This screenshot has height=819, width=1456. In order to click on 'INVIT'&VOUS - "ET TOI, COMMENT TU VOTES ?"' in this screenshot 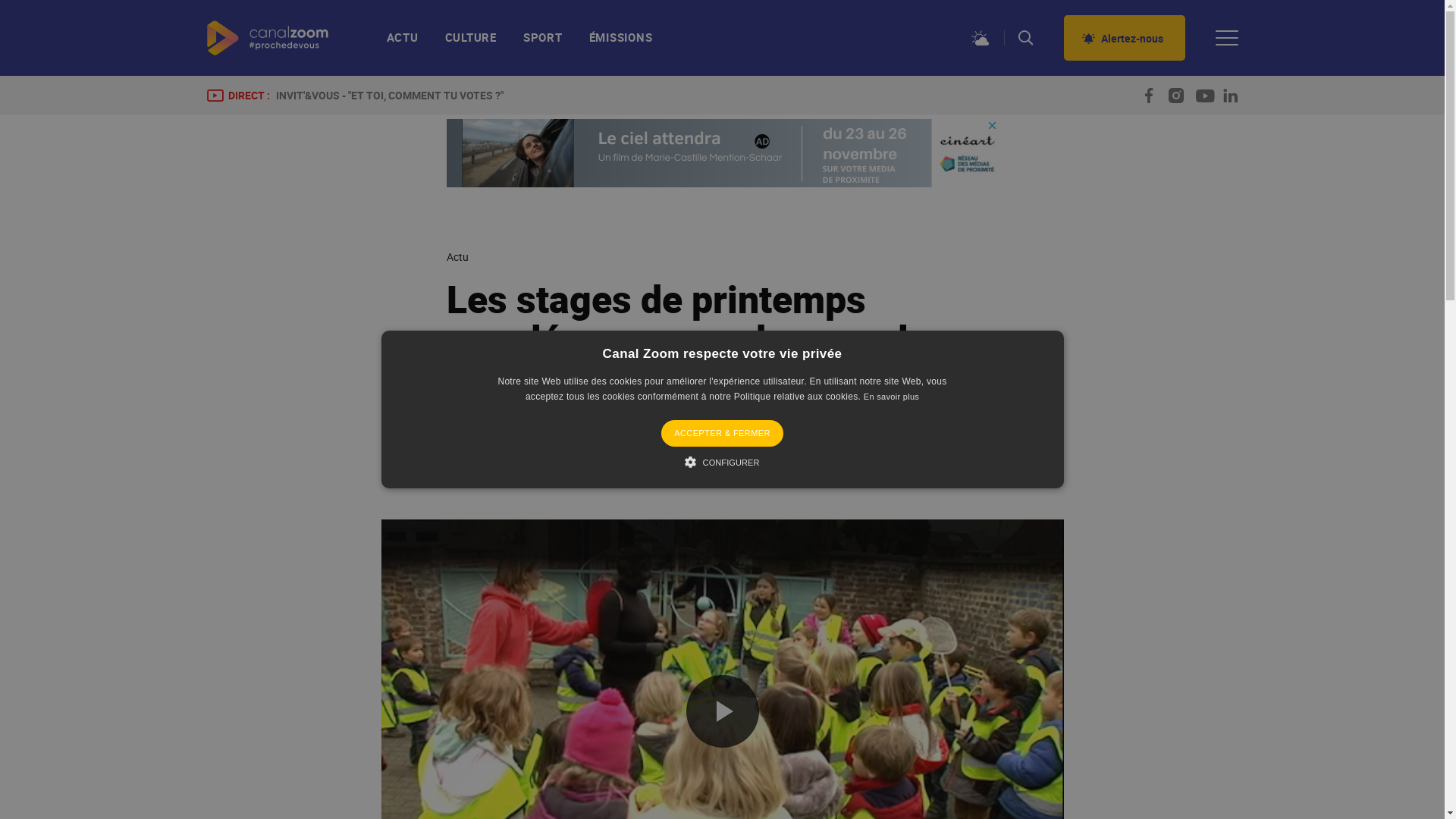, I will do `click(389, 96)`.